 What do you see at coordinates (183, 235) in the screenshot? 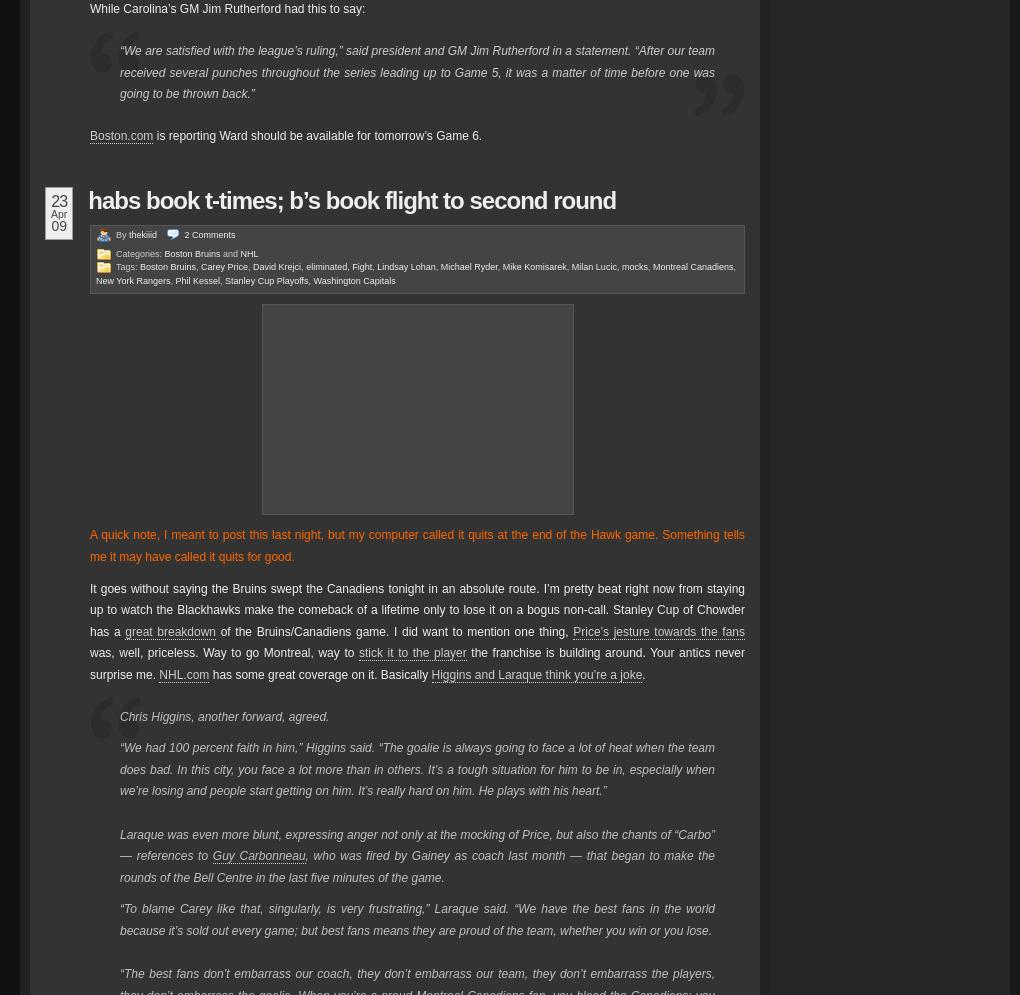
I see `'2'` at bounding box center [183, 235].